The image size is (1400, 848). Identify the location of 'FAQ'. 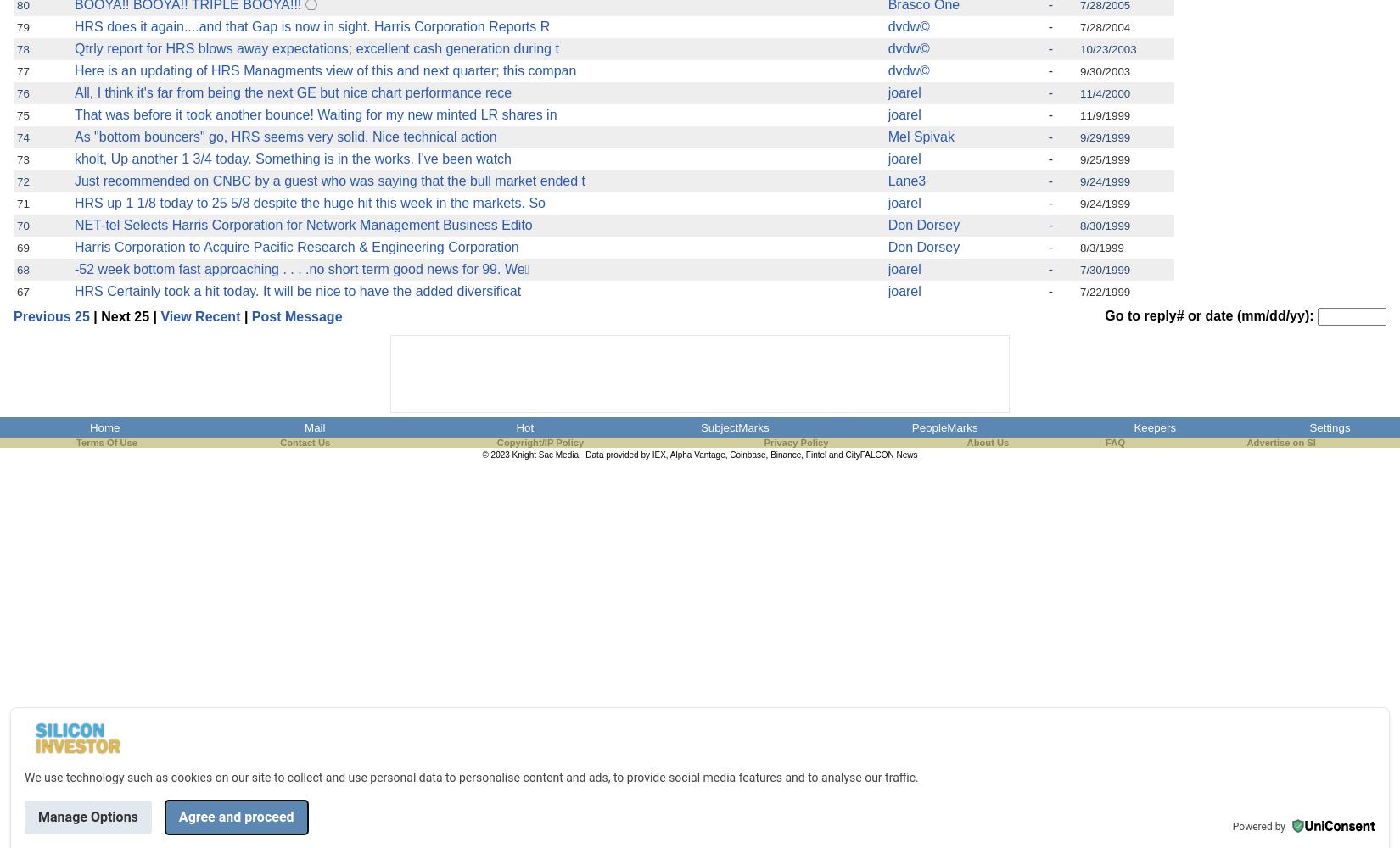
(1114, 443).